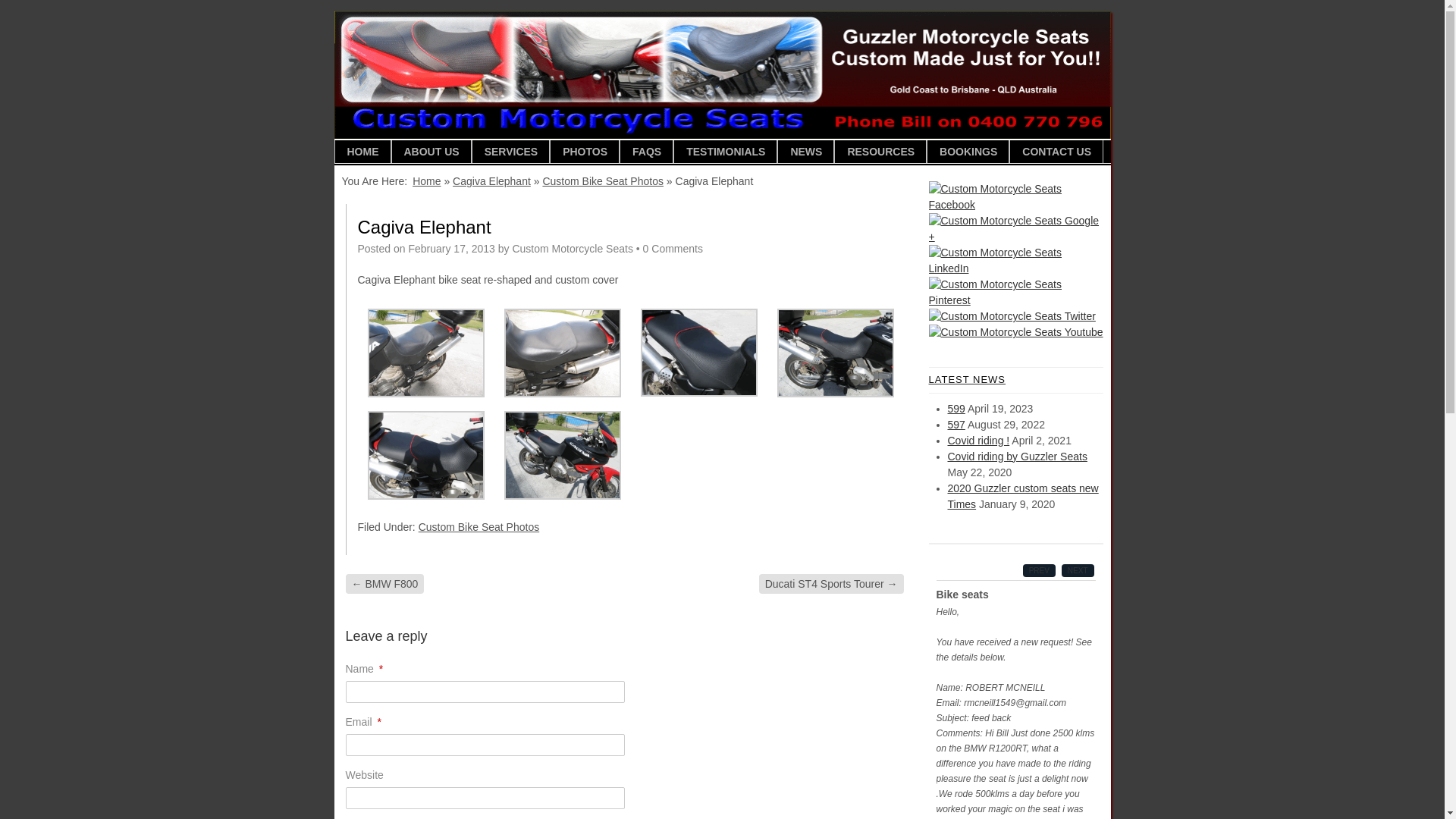  Describe the element at coordinates (955, 406) in the screenshot. I see `'599'` at that location.